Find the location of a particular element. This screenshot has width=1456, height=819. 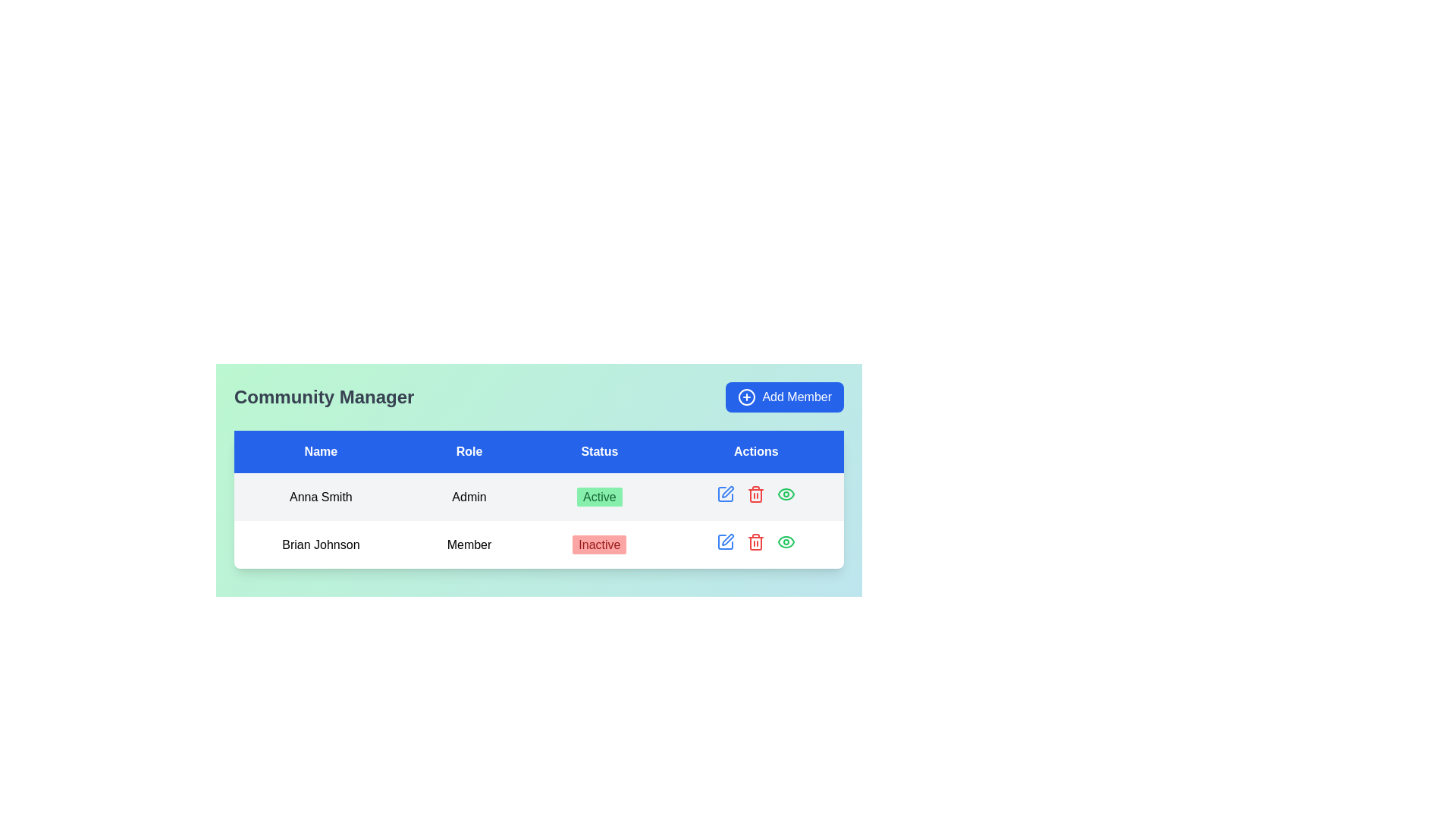

the Text label in the 'Role' column of the table, which corresponds is located at coordinates (469, 497).